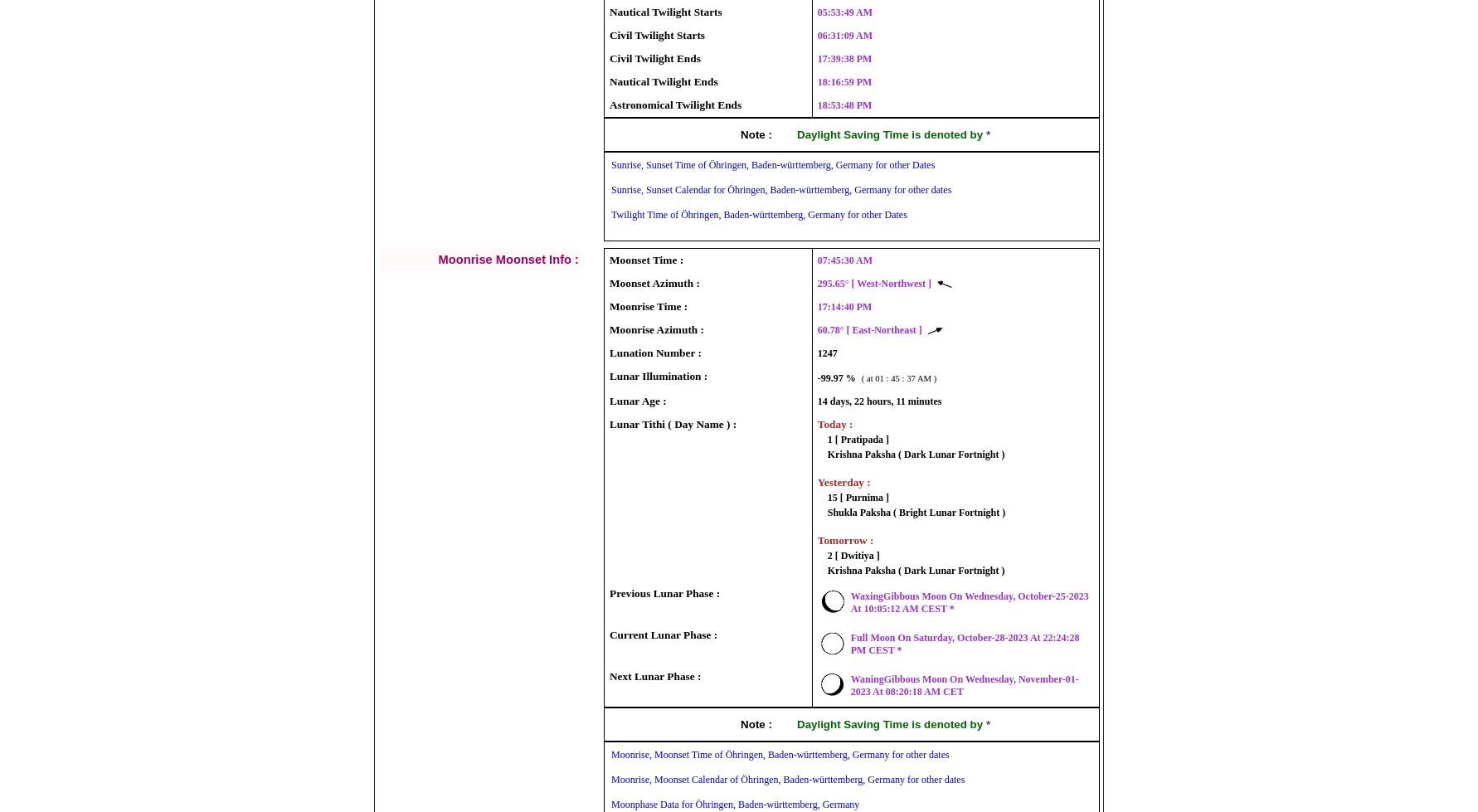 This screenshot has height=812, width=1478. Describe the element at coordinates (844, 11) in the screenshot. I see `'05:53:49 AM'` at that location.